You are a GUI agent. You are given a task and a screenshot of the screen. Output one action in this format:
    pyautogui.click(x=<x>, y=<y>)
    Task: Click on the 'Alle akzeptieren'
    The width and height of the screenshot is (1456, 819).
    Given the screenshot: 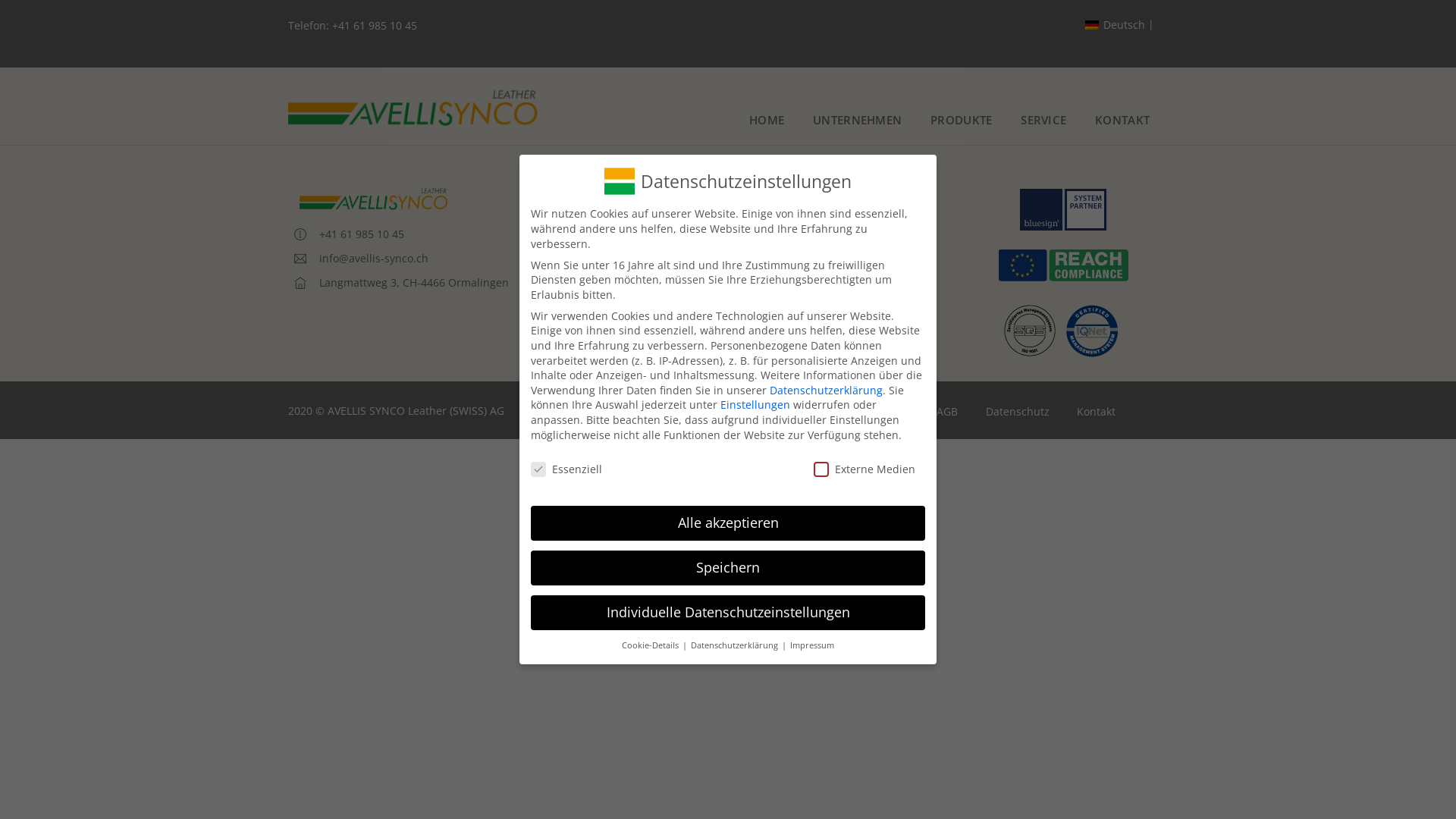 What is the action you would take?
    pyautogui.click(x=728, y=522)
    